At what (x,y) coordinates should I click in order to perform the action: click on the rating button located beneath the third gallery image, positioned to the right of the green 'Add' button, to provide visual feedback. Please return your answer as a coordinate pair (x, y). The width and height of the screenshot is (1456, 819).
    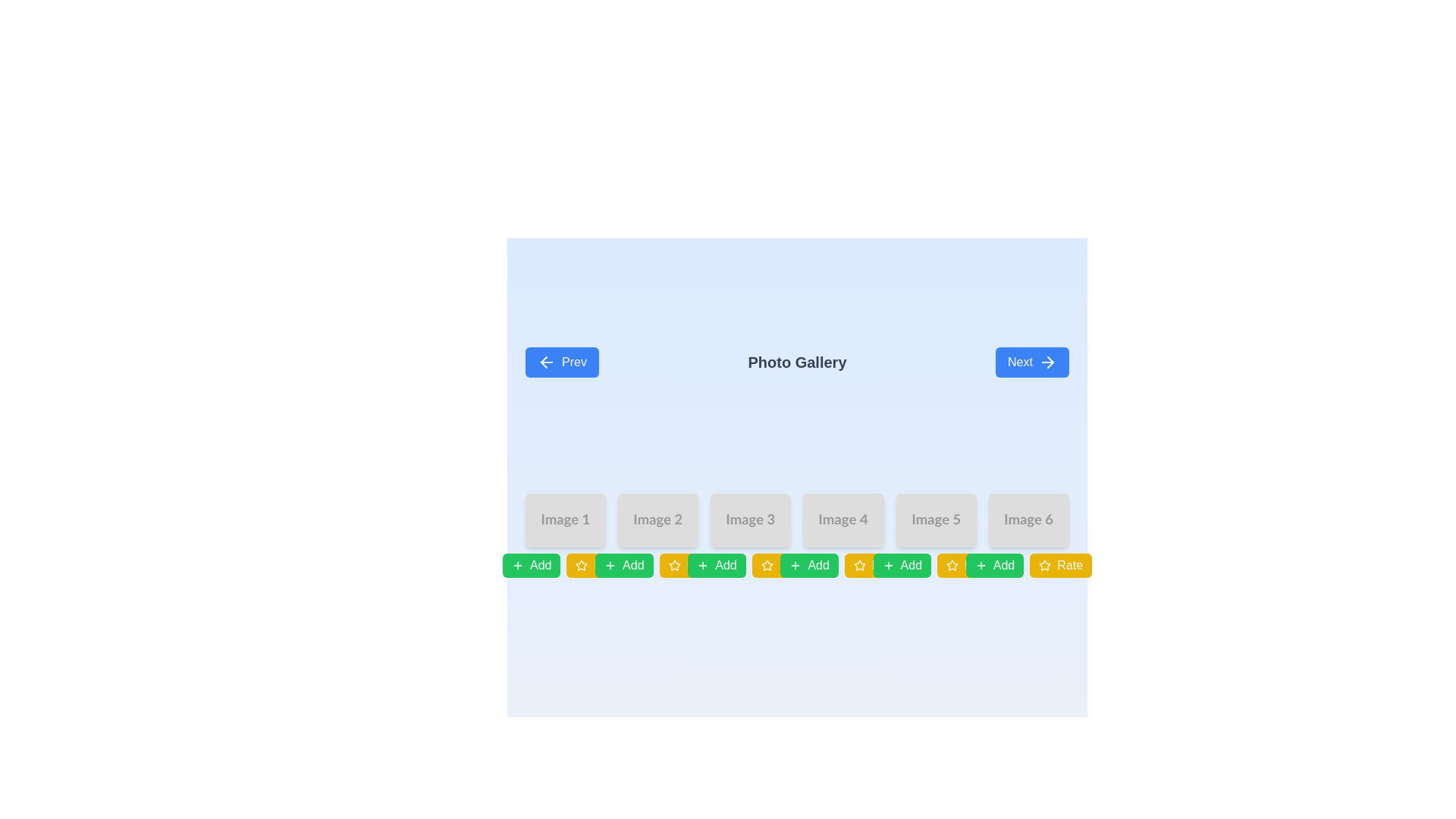
    Looking at the image, I should click on (751, 565).